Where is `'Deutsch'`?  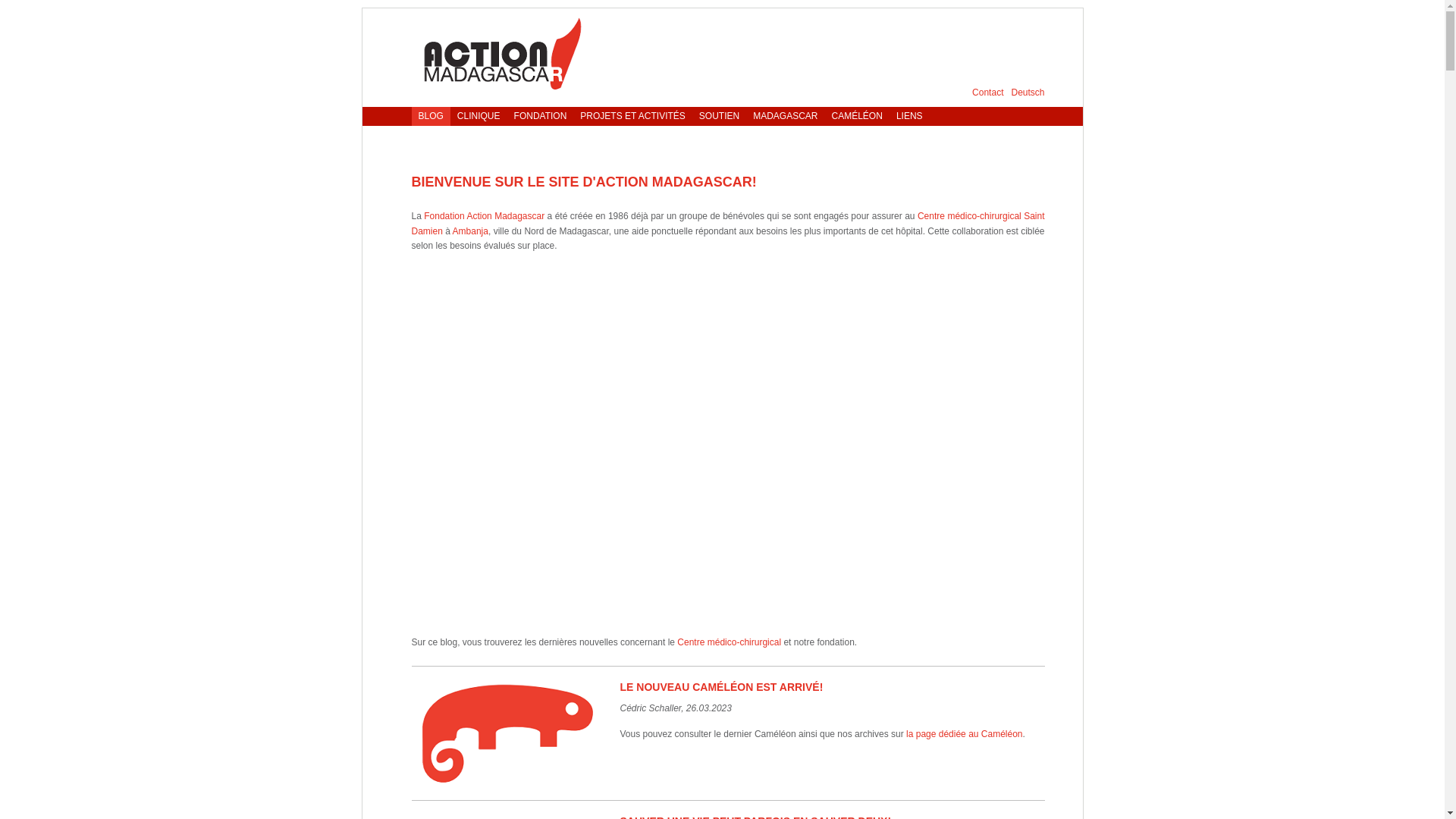
'Deutsch' is located at coordinates (1011, 93).